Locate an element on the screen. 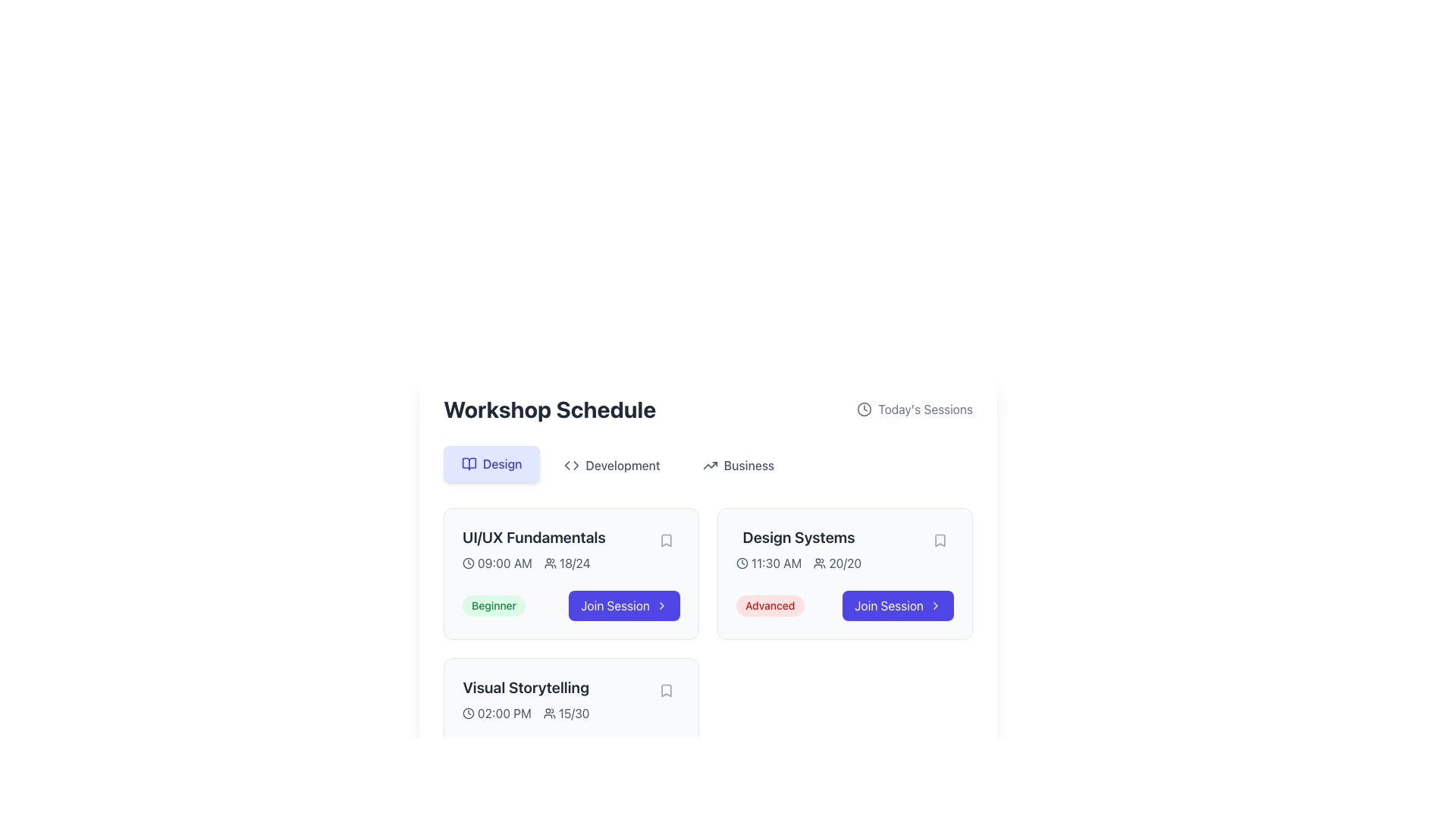  the time display showing '02:00 PM' with the clock icon is located at coordinates (497, 714).